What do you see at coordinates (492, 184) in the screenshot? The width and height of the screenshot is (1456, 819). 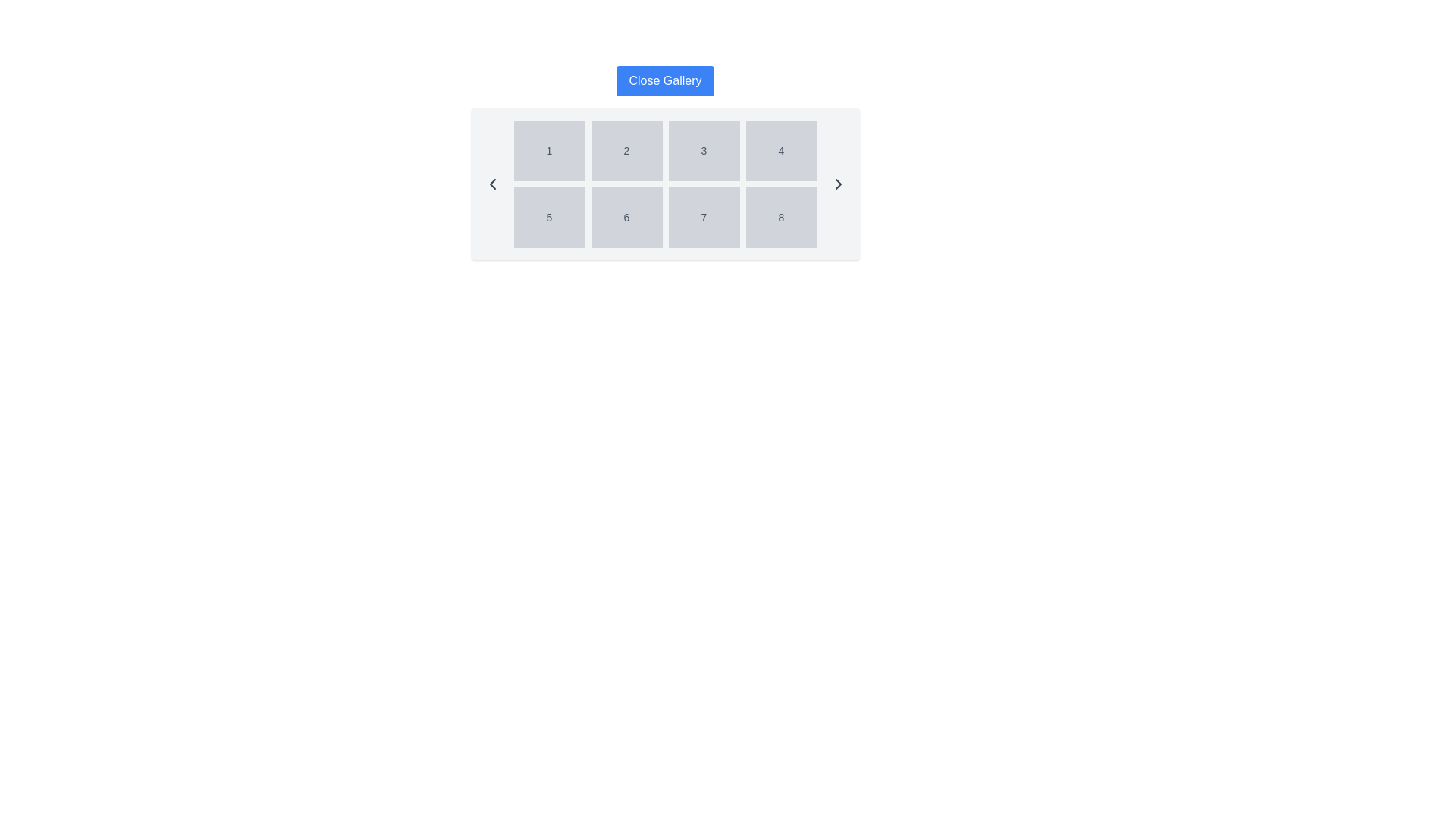 I see `the left arrow icon located on the far left of the horizontally centered panel` at bounding box center [492, 184].